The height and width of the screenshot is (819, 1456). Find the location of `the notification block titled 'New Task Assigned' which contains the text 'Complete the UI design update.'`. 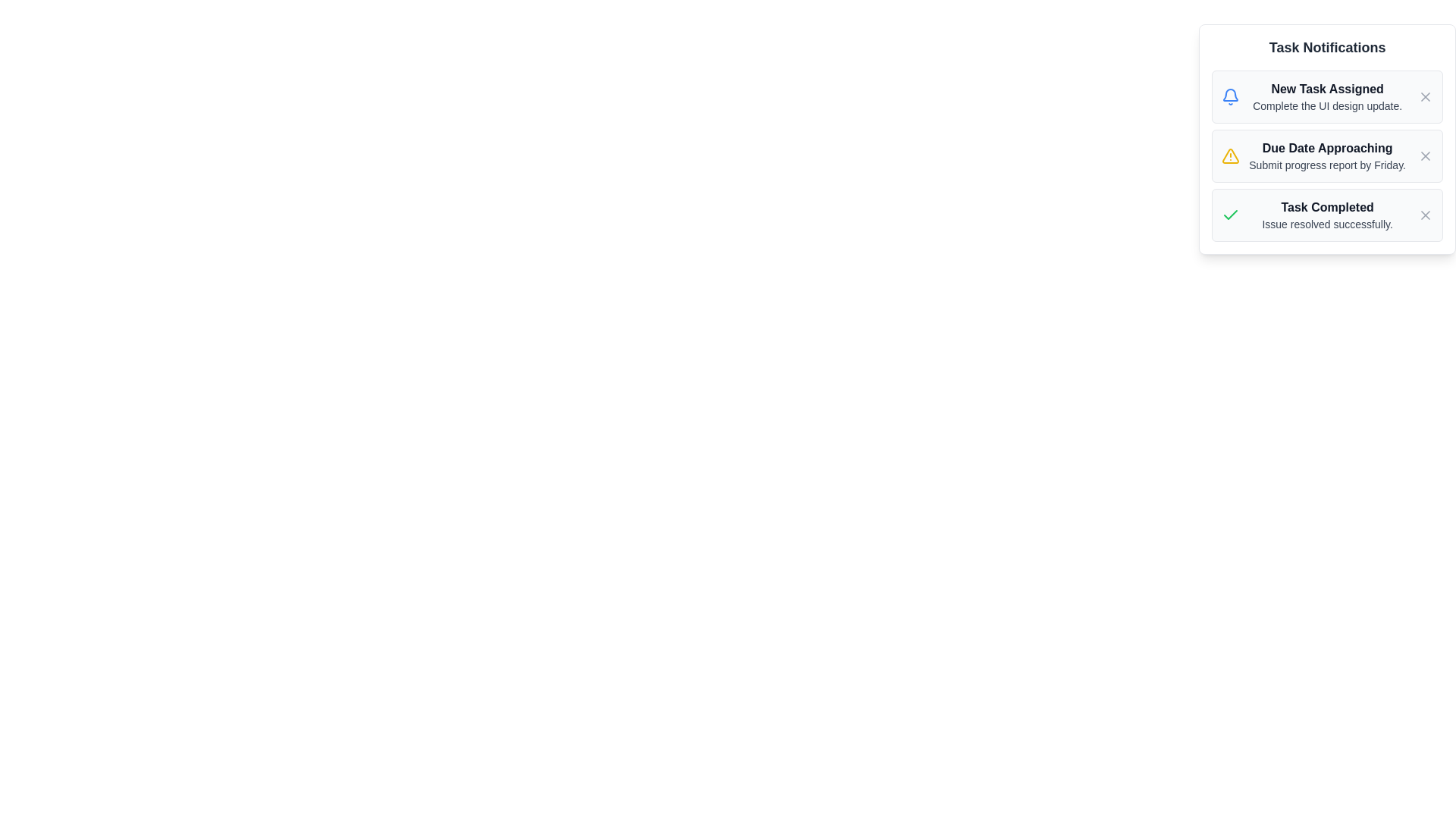

the notification block titled 'New Task Assigned' which contains the text 'Complete the UI design update.' is located at coordinates (1326, 96).